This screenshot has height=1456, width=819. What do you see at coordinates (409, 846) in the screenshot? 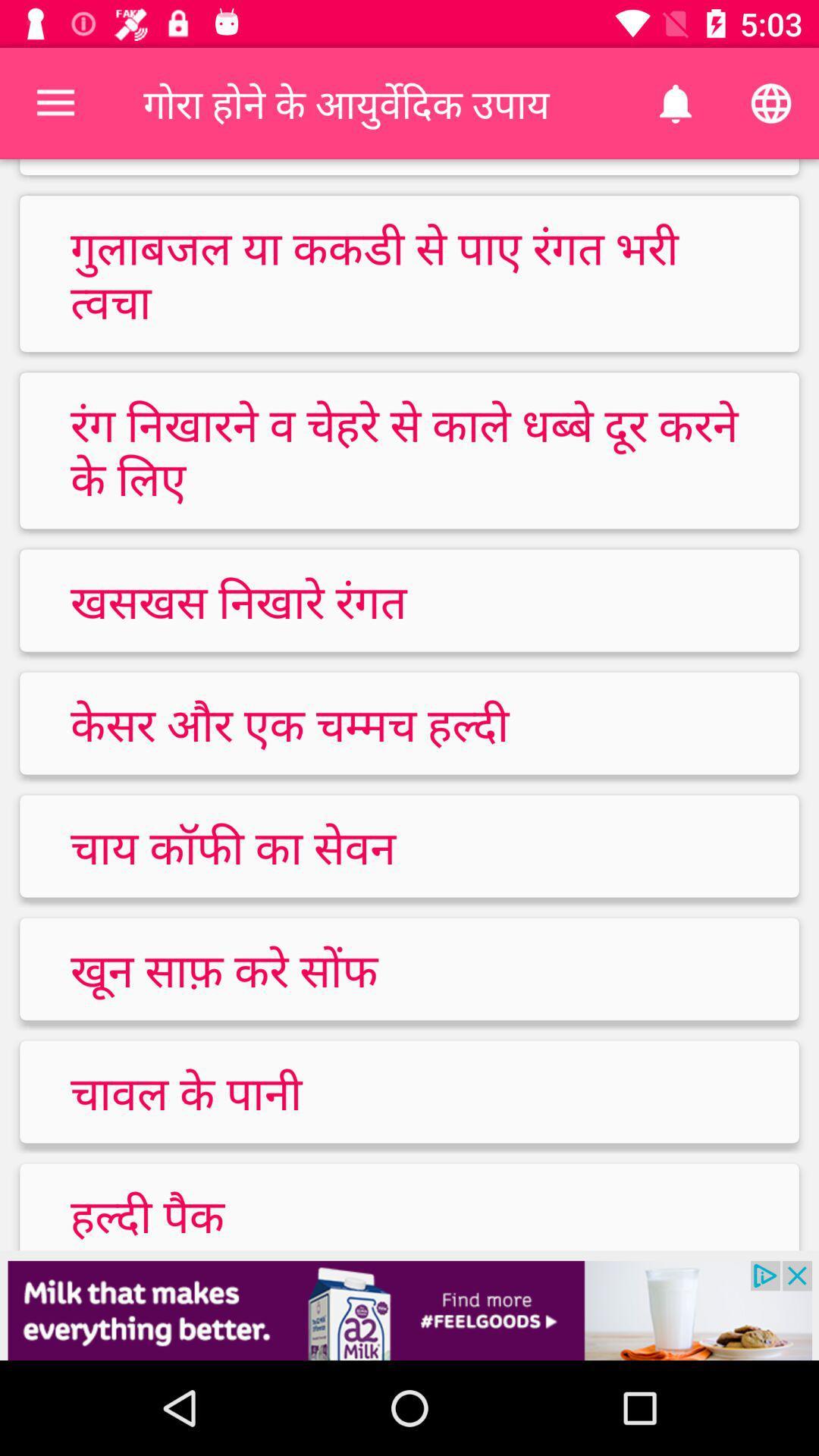
I see `the fifth option` at bounding box center [409, 846].